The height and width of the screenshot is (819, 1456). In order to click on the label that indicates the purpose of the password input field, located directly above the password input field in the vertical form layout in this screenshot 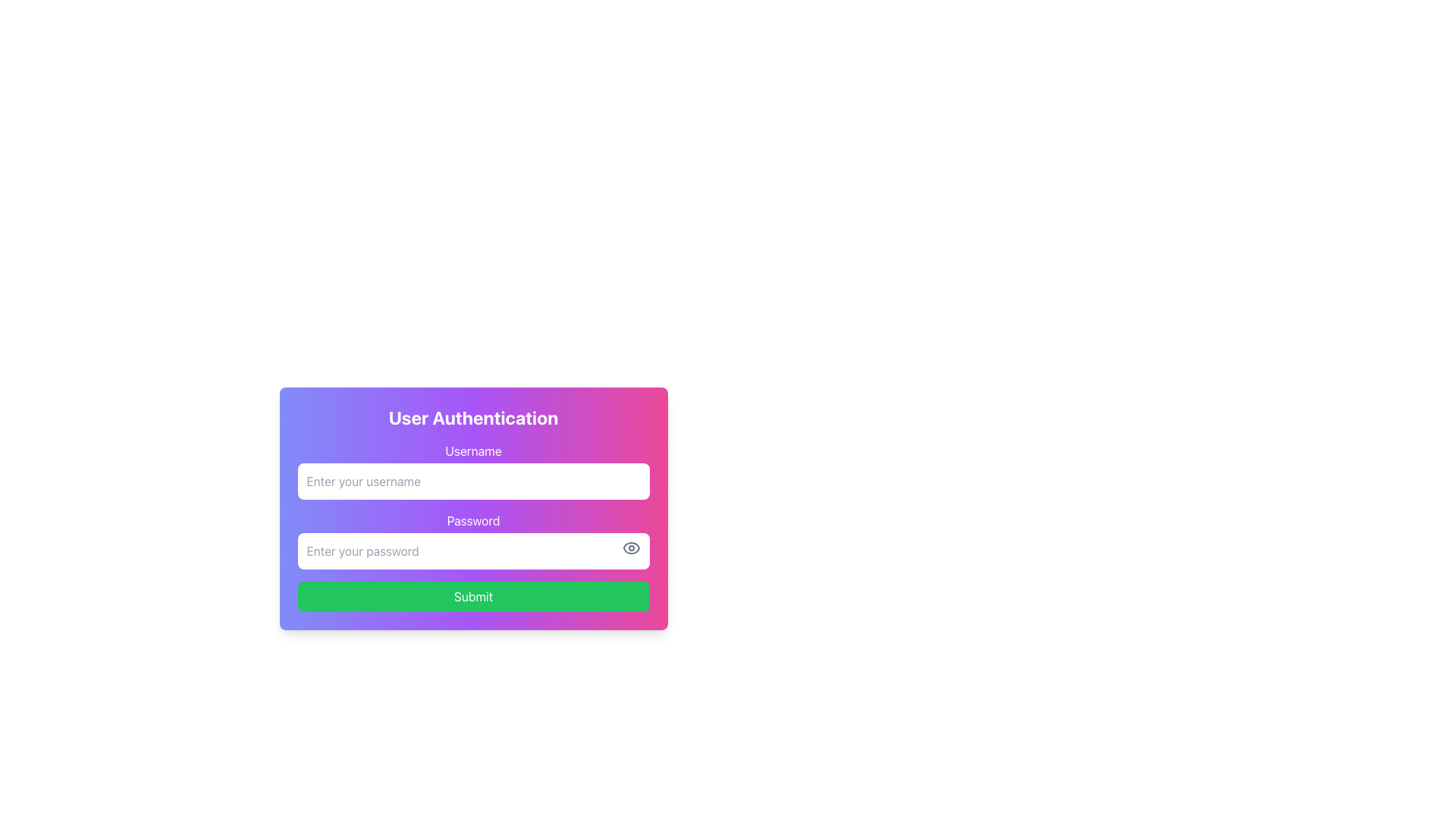, I will do `click(472, 519)`.